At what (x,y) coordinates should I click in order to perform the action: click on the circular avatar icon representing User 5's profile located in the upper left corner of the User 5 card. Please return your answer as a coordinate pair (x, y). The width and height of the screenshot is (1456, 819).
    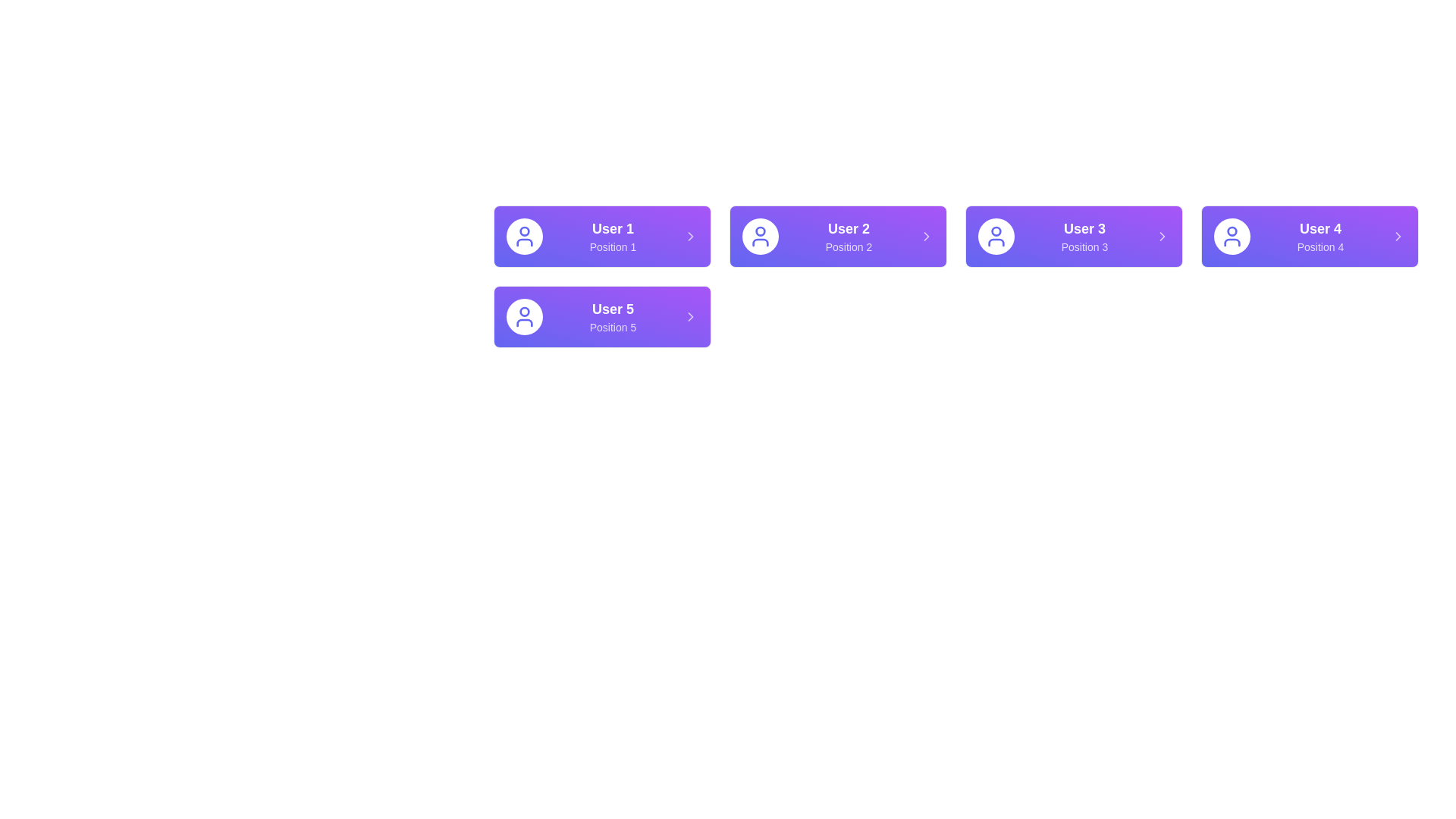
    Looking at the image, I should click on (524, 315).